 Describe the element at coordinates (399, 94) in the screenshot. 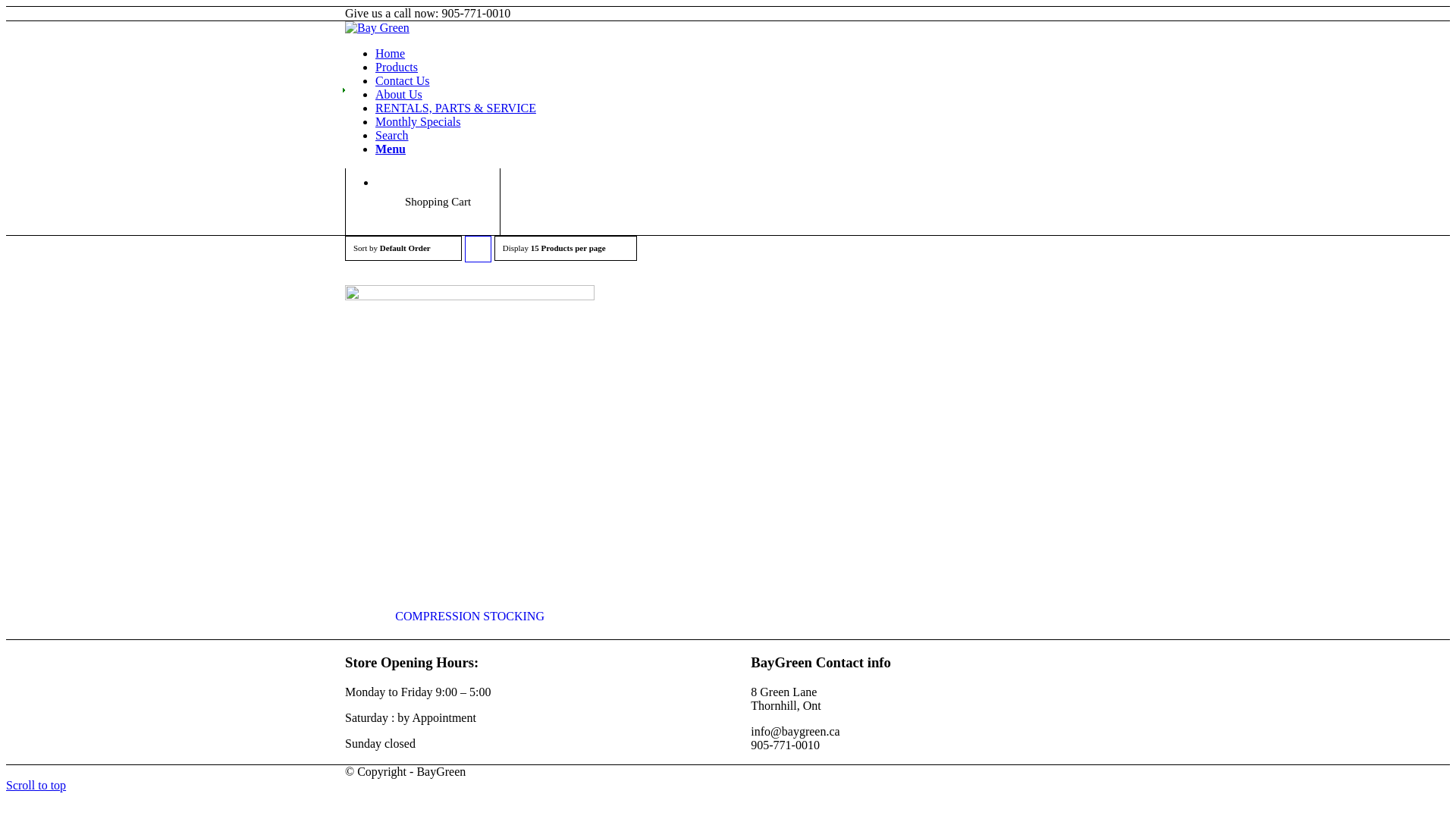

I see `'About Us'` at that location.